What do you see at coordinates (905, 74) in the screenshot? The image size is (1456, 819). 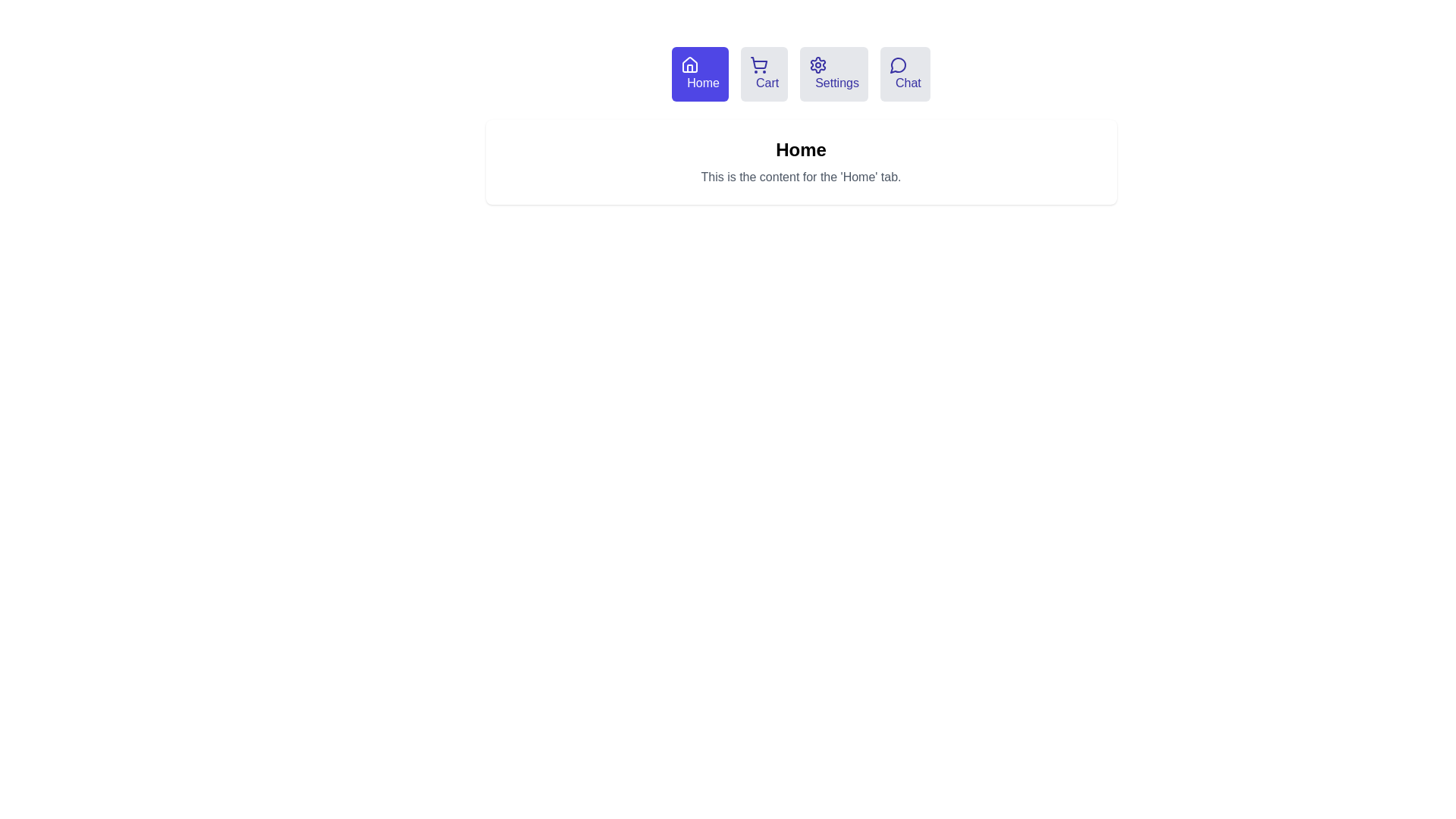 I see `the tab labeled Chat` at bounding box center [905, 74].